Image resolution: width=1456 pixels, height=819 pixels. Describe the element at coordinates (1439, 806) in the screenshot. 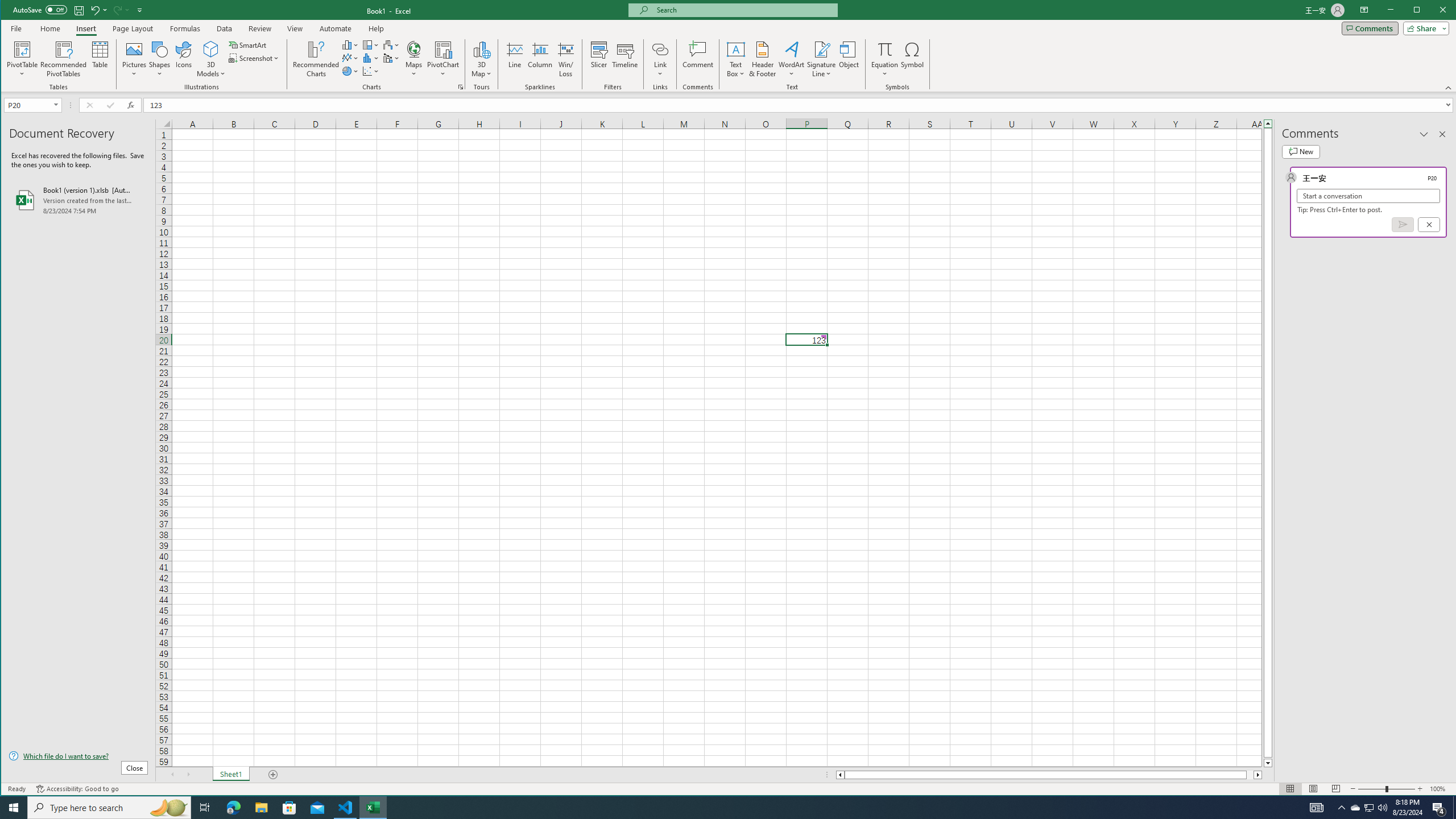

I see `'Action Center, 4 new notifications'` at that location.